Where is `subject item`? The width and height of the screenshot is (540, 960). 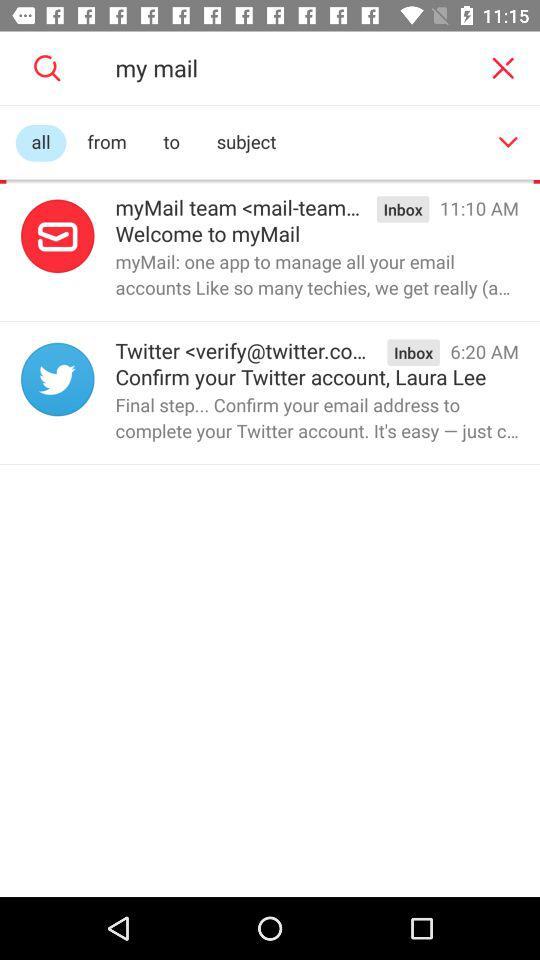
subject item is located at coordinates (246, 142).